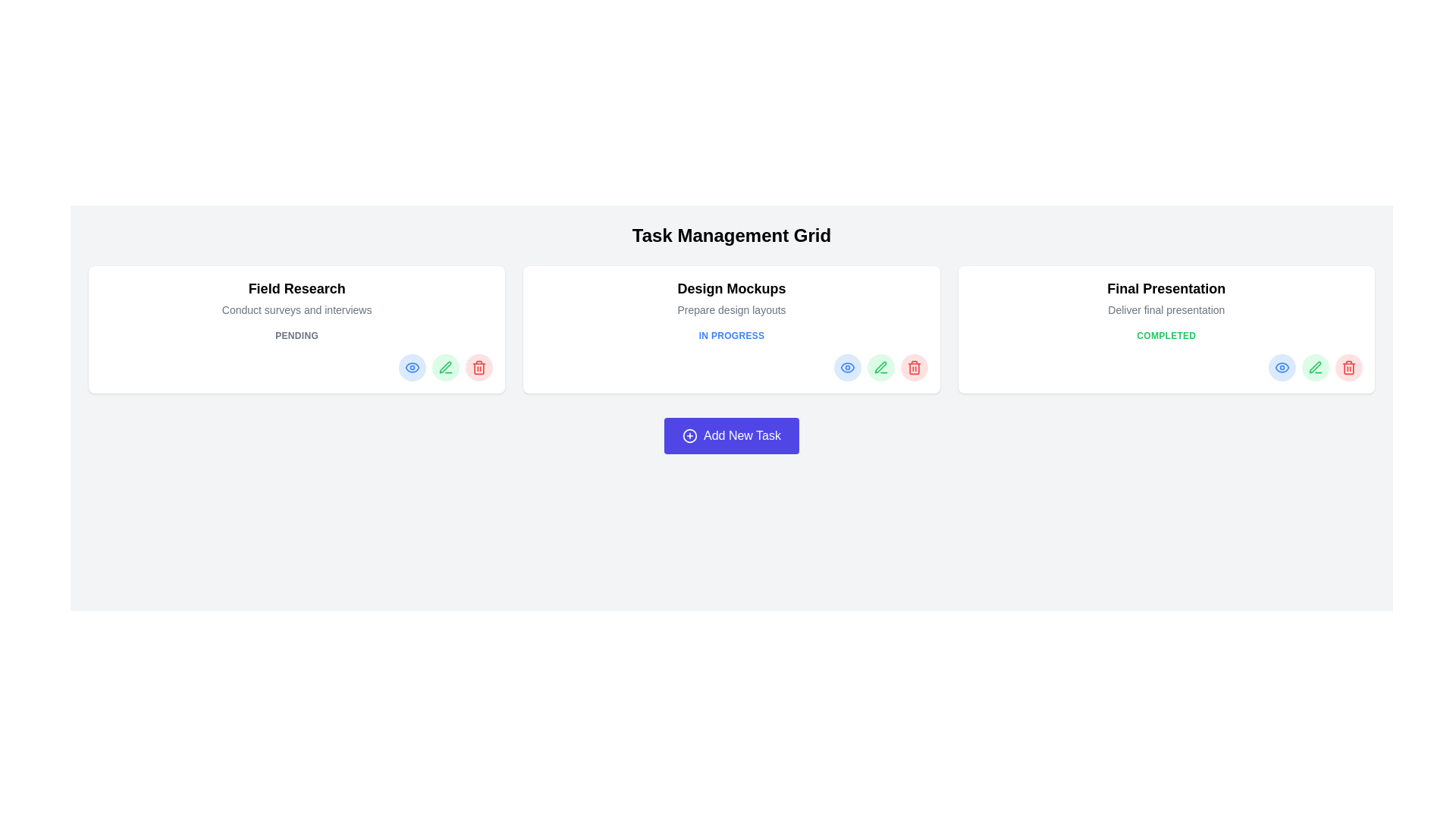 The height and width of the screenshot is (819, 1456). What do you see at coordinates (1314, 368) in the screenshot?
I see `the circular green button with a pen icon in the center to initiate editing, located at the bottom right of the 'Final Presentation' task card` at bounding box center [1314, 368].